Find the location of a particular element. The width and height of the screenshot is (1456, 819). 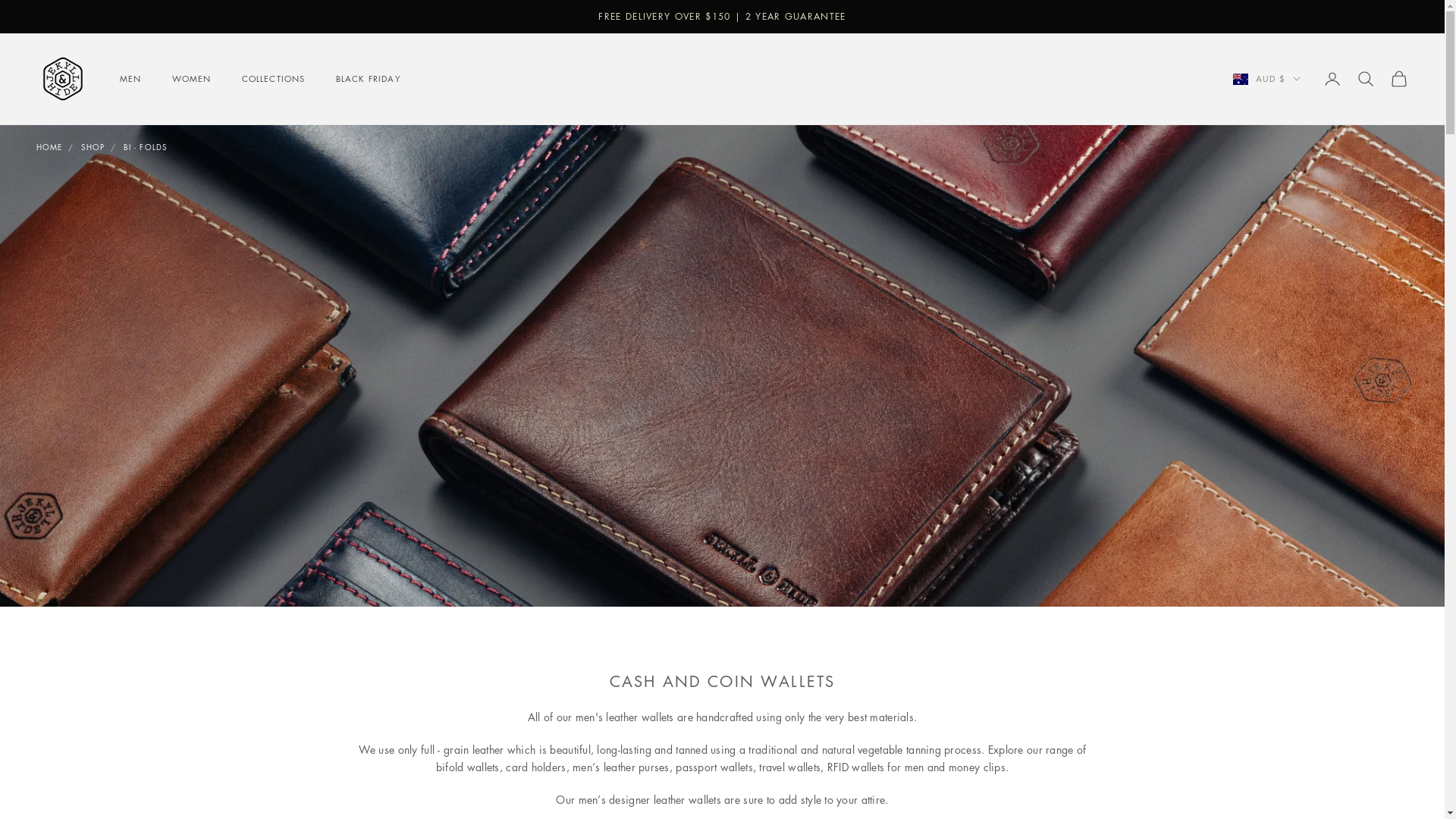

'HOME' is located at coordinates (36, 146).